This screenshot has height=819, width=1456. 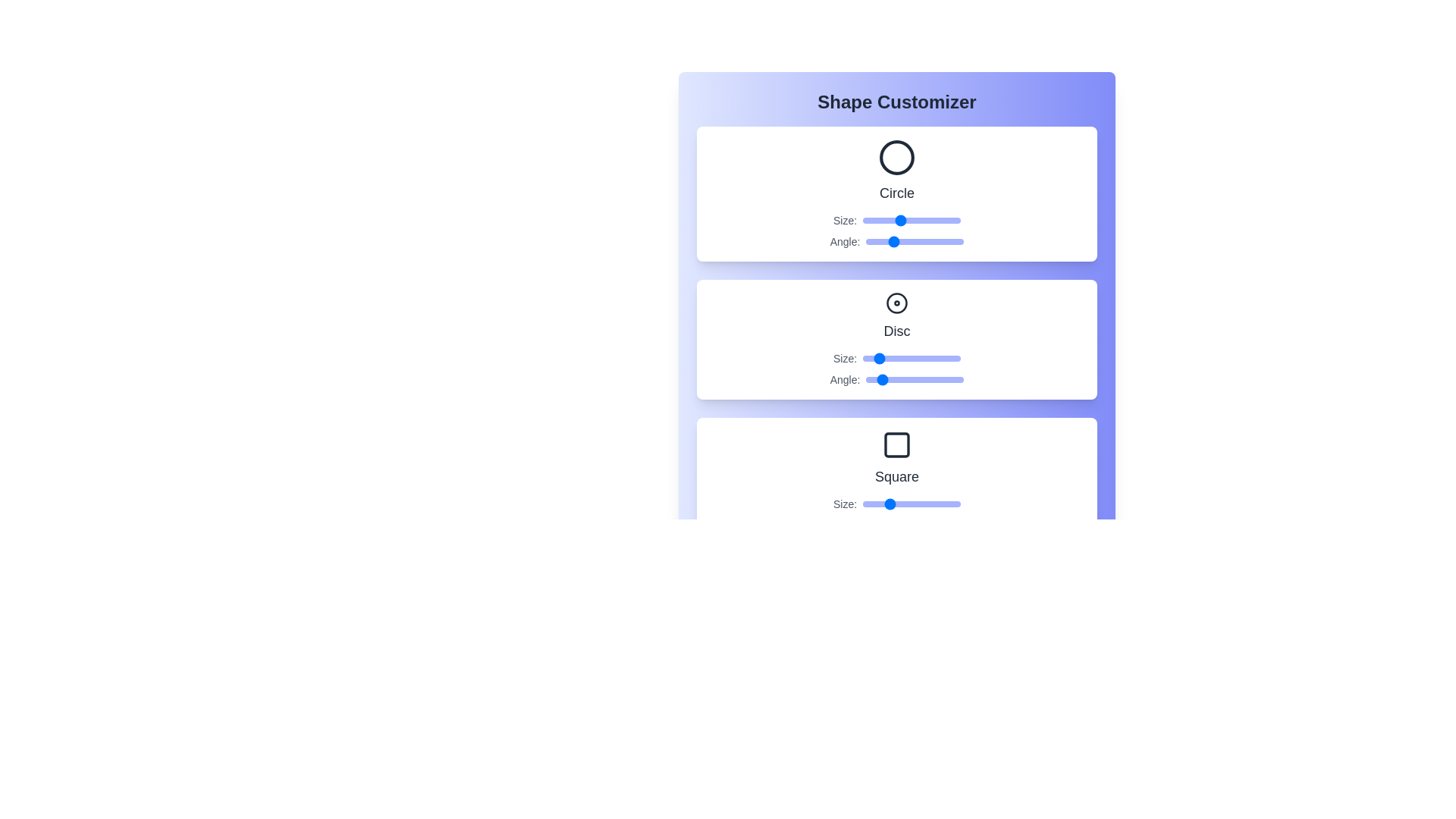 What do you see at coordinates (949, 525) in the screenshot?
I see `the Square's angle slider to 307 degrees` at bounding box center [949, 525].